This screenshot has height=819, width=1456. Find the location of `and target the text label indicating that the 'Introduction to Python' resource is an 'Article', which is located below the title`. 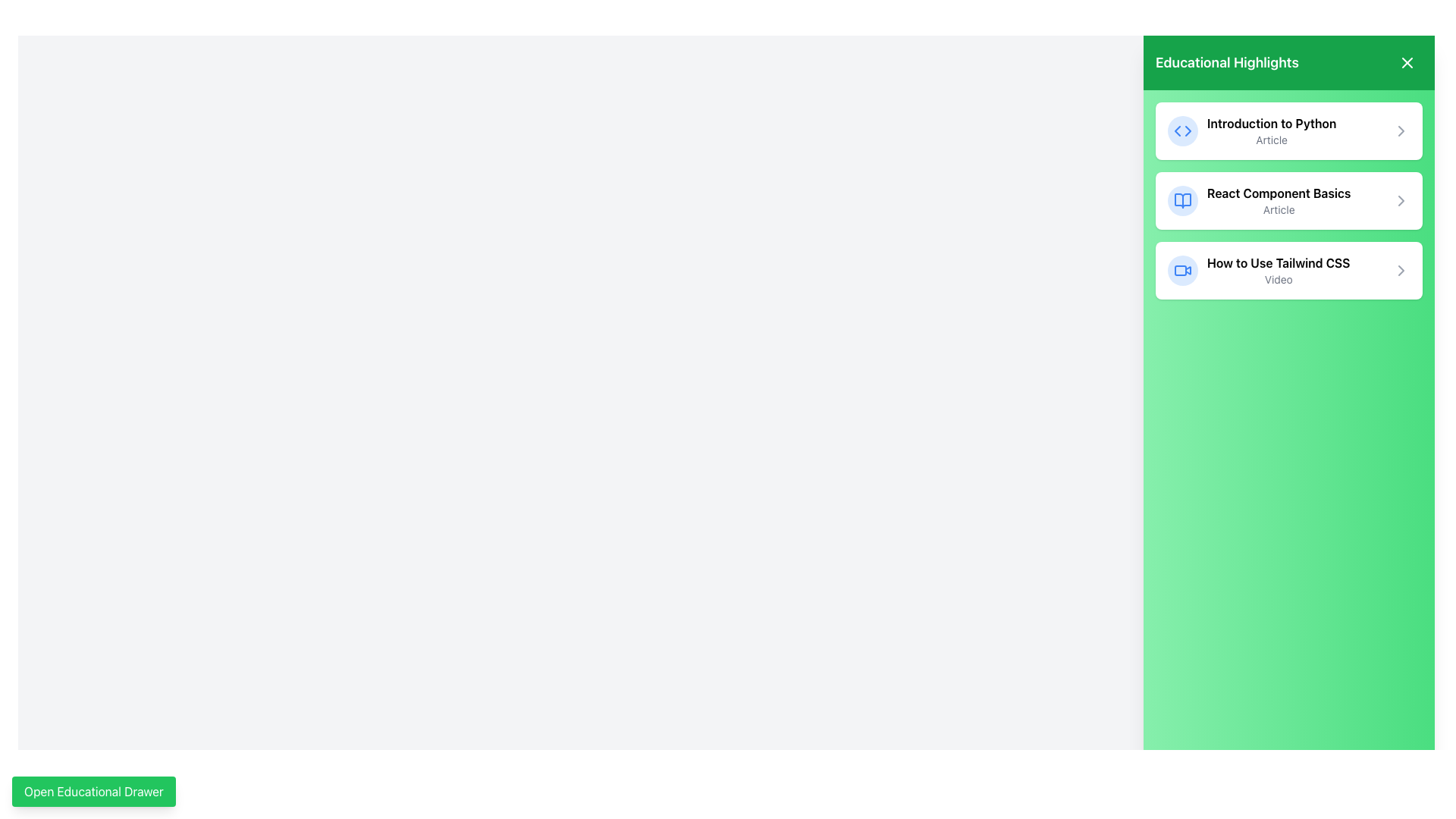

and target the text label indicating that the 'Introduction to Python' resource is an 'Article', which is located below the title is located at coordinates (1272, 140).